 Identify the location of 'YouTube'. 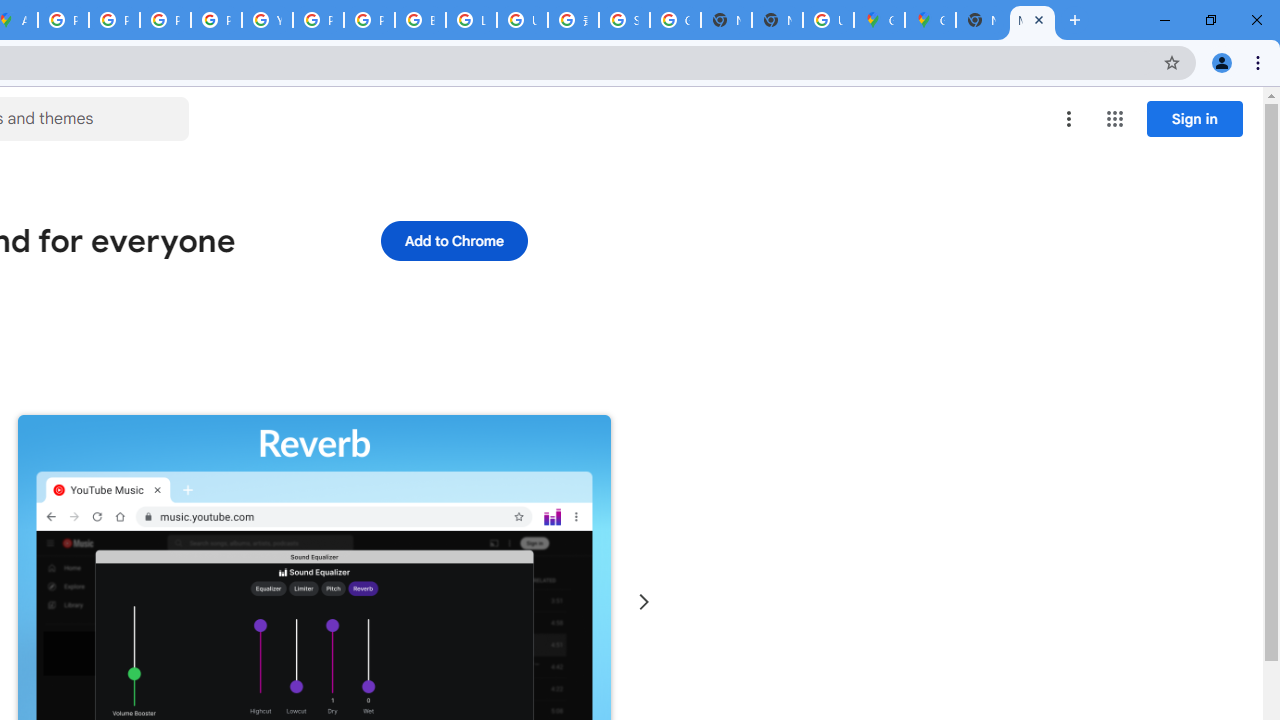
(266, 20).